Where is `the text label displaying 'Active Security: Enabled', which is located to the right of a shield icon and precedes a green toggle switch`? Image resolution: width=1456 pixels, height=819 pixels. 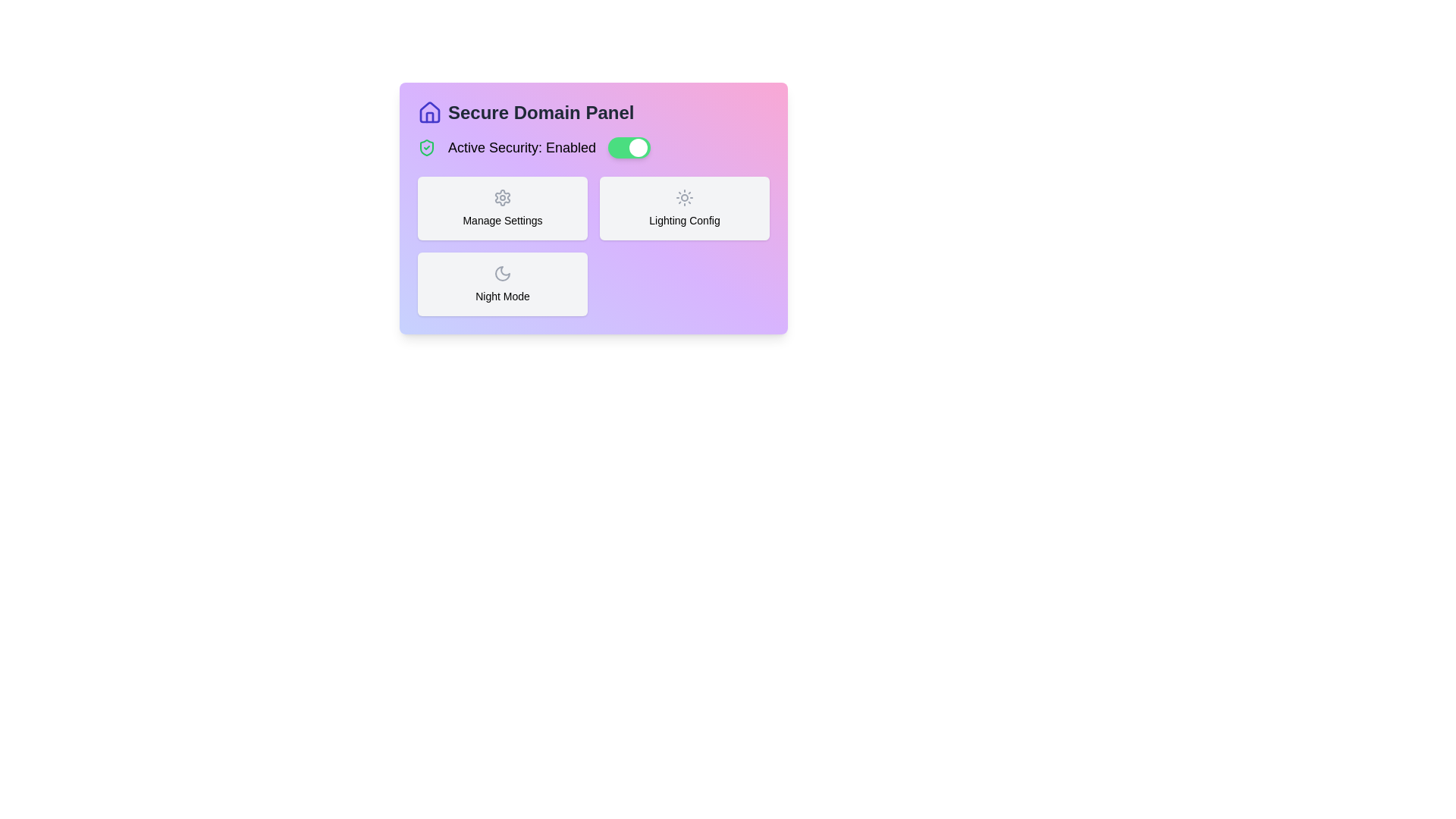 the text label displaying 'Active Security: Enabled', which is located to the right of a shield icon and precedes a green toggle switch is located at coordinates (522, 148).